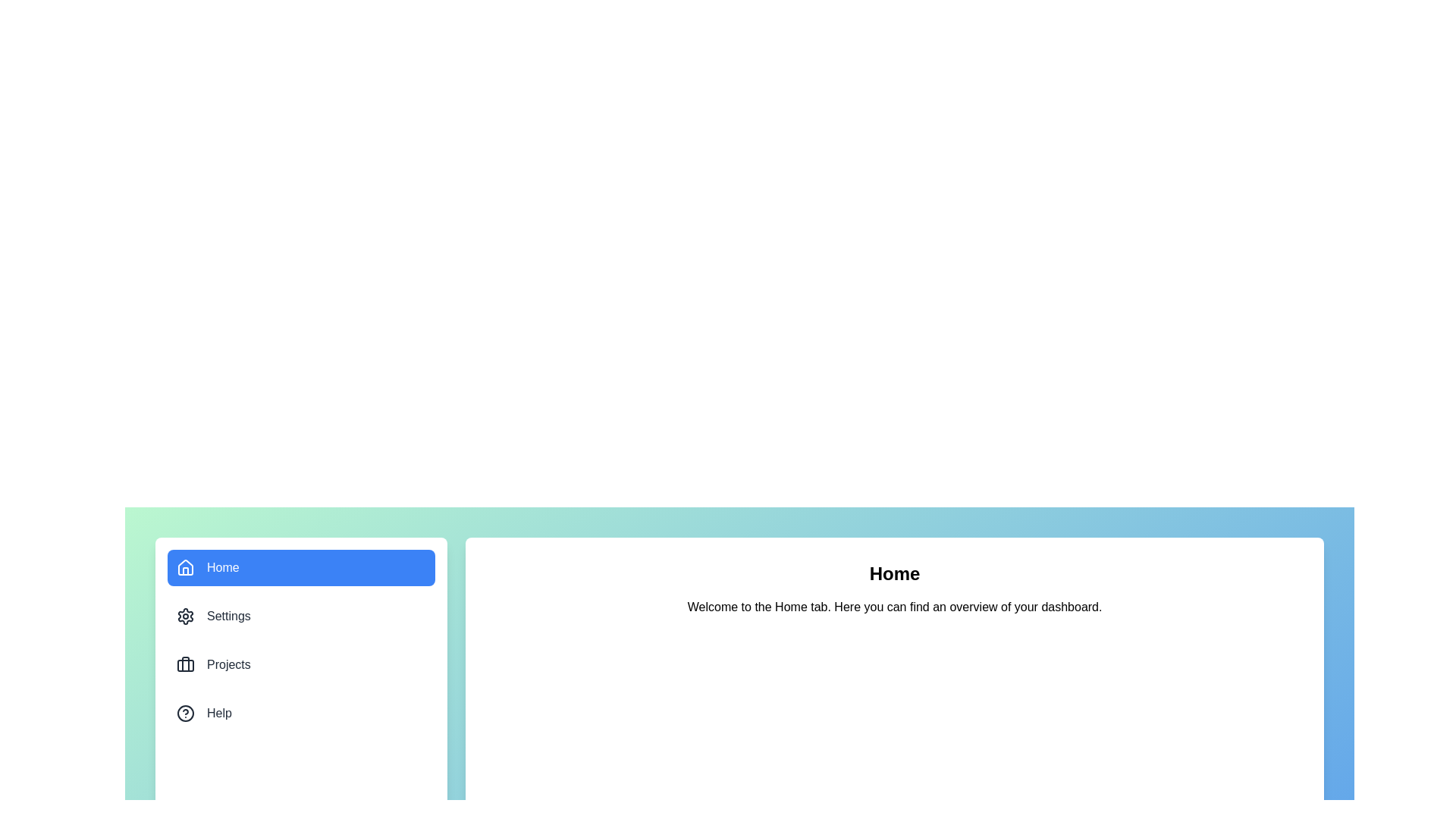 This screenshot has height=819, width=1456. I want to click on the menu item corresponding to Home to view its content, so click(301, 567).